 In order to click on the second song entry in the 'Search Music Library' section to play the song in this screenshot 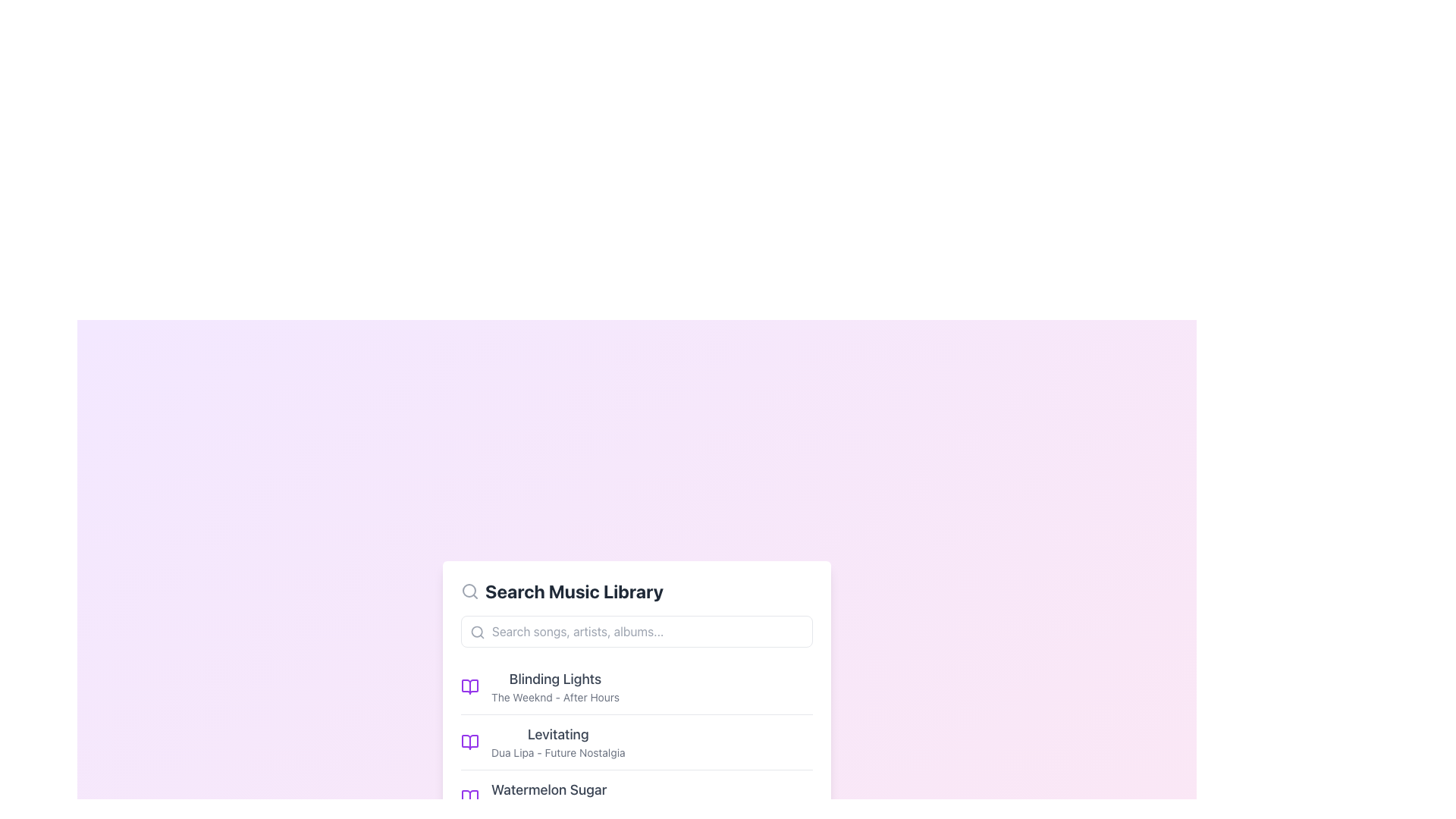, I will do `click(557, 741)`.